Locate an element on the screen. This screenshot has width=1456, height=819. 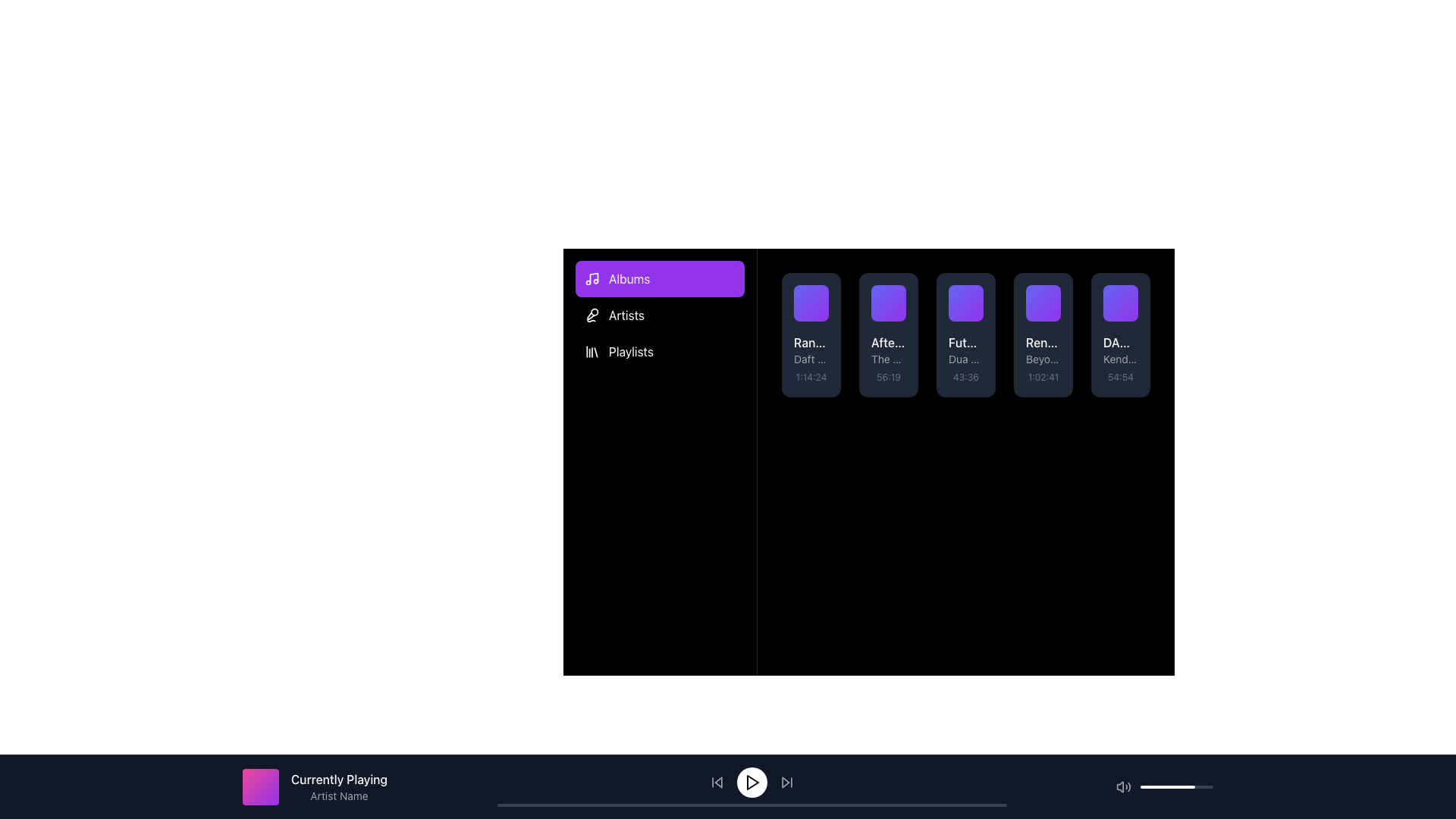
the 'Artists' text label in the navigation menu, which is located below 'Albums' and above 'Playlists' is located at coordinates (626, 315).